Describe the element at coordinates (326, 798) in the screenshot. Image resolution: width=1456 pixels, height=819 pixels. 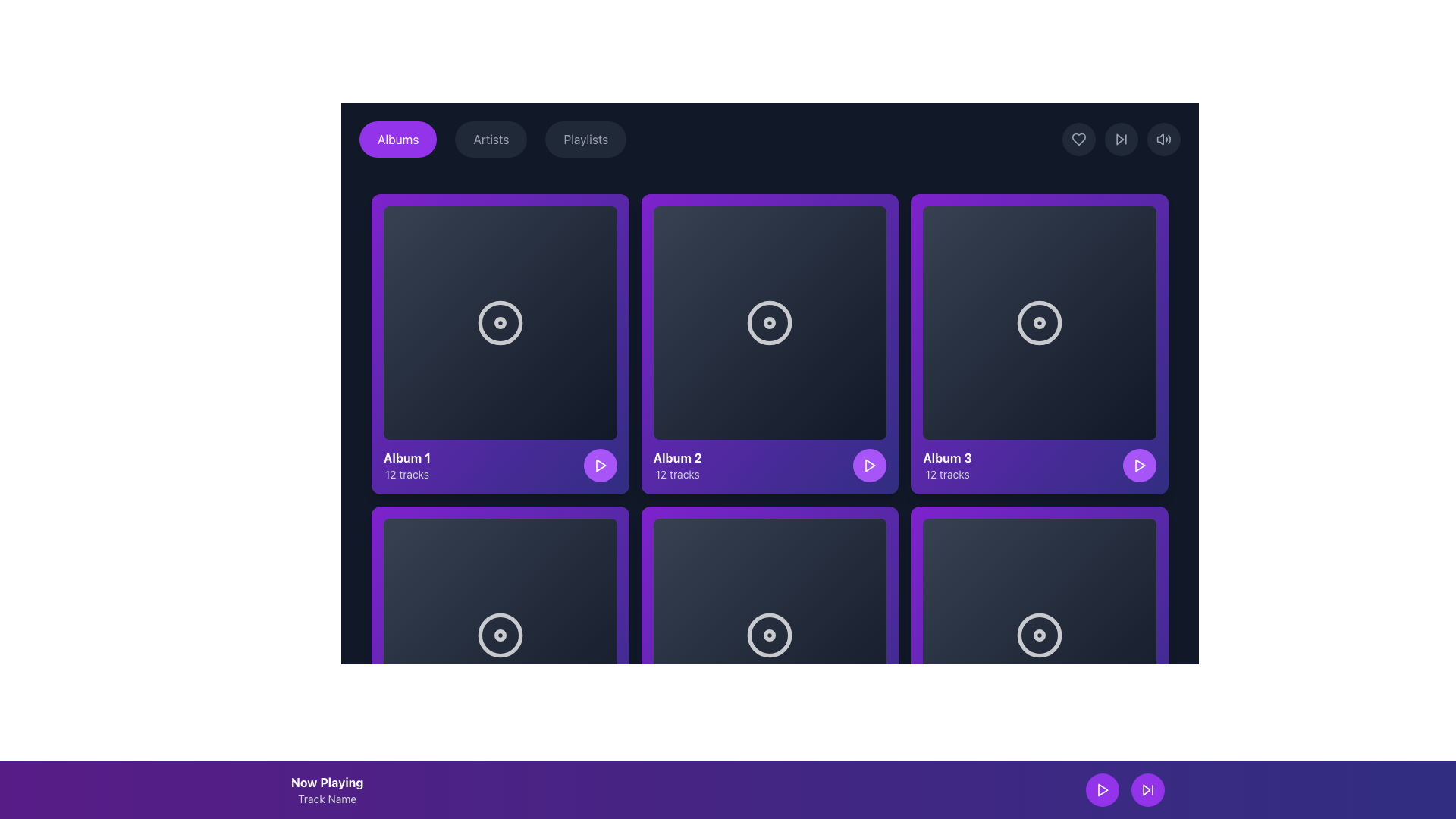
I see `the 'Track Name' text label, which is displayed in a small-sized, gray-colored font beneath 'Now Playing' in a purple footer section` at that location.